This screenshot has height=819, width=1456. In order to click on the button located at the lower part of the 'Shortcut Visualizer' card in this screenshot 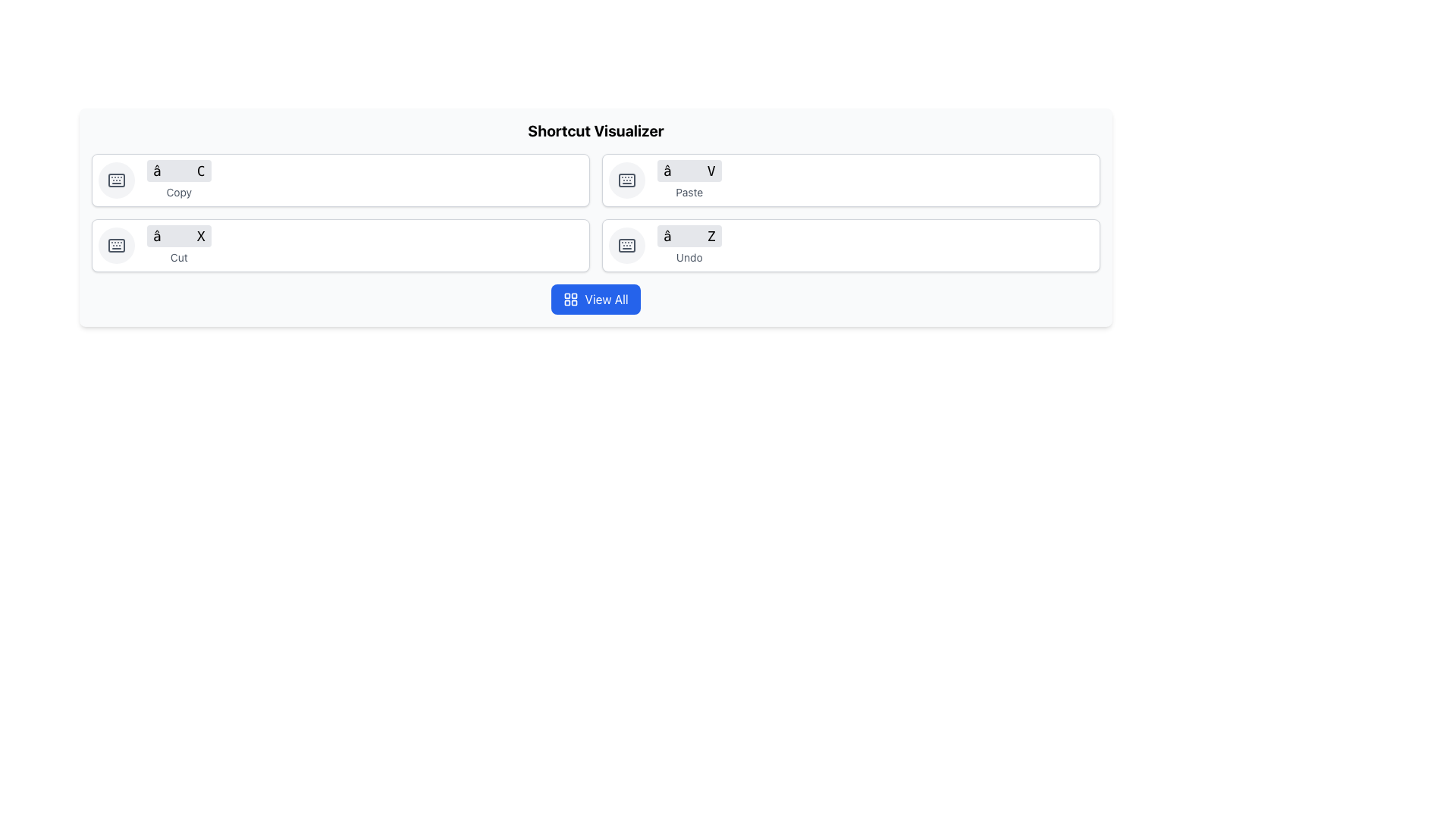, I will do `click(595, 299)`.